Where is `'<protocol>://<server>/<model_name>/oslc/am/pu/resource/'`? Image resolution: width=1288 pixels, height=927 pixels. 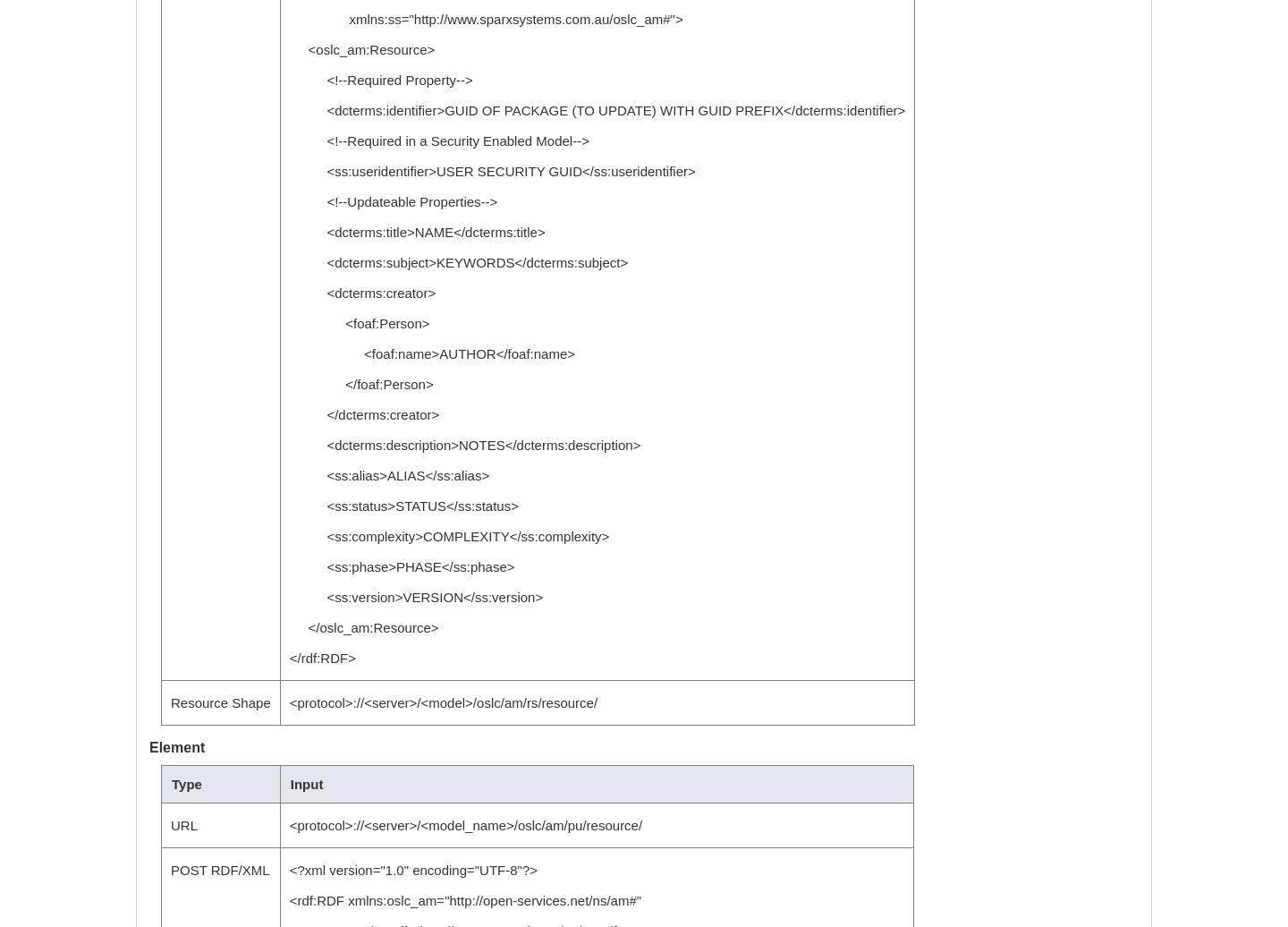
'<protocol>://<server>/<model_name>/oslc/am/pu/resource/' is located at coordinates (464, 825).